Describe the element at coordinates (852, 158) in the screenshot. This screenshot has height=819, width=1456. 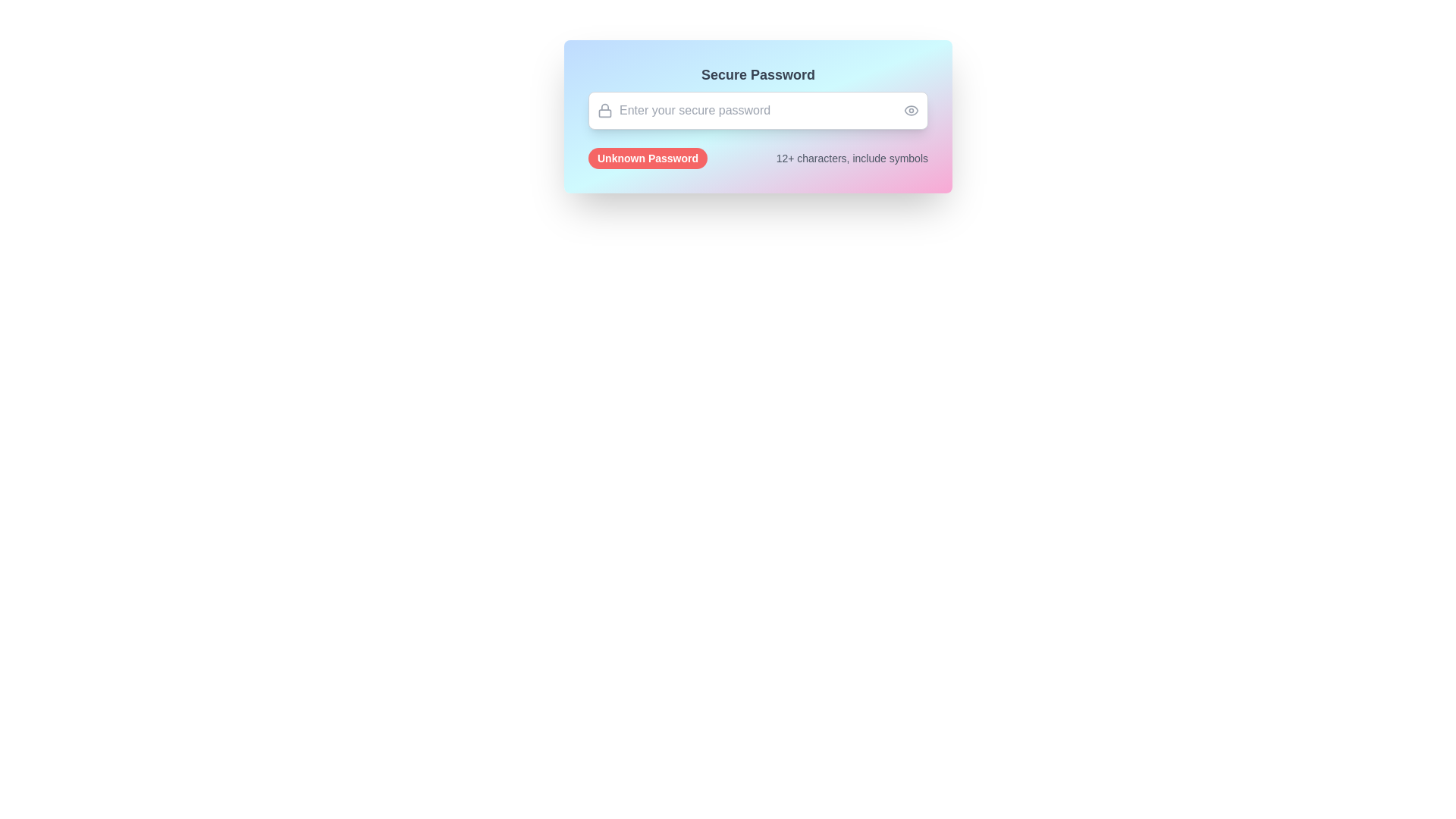
I see `the informational text element providing password requirements, located to the right of the 'Unknown Password' badge in the password creation section` at that location.